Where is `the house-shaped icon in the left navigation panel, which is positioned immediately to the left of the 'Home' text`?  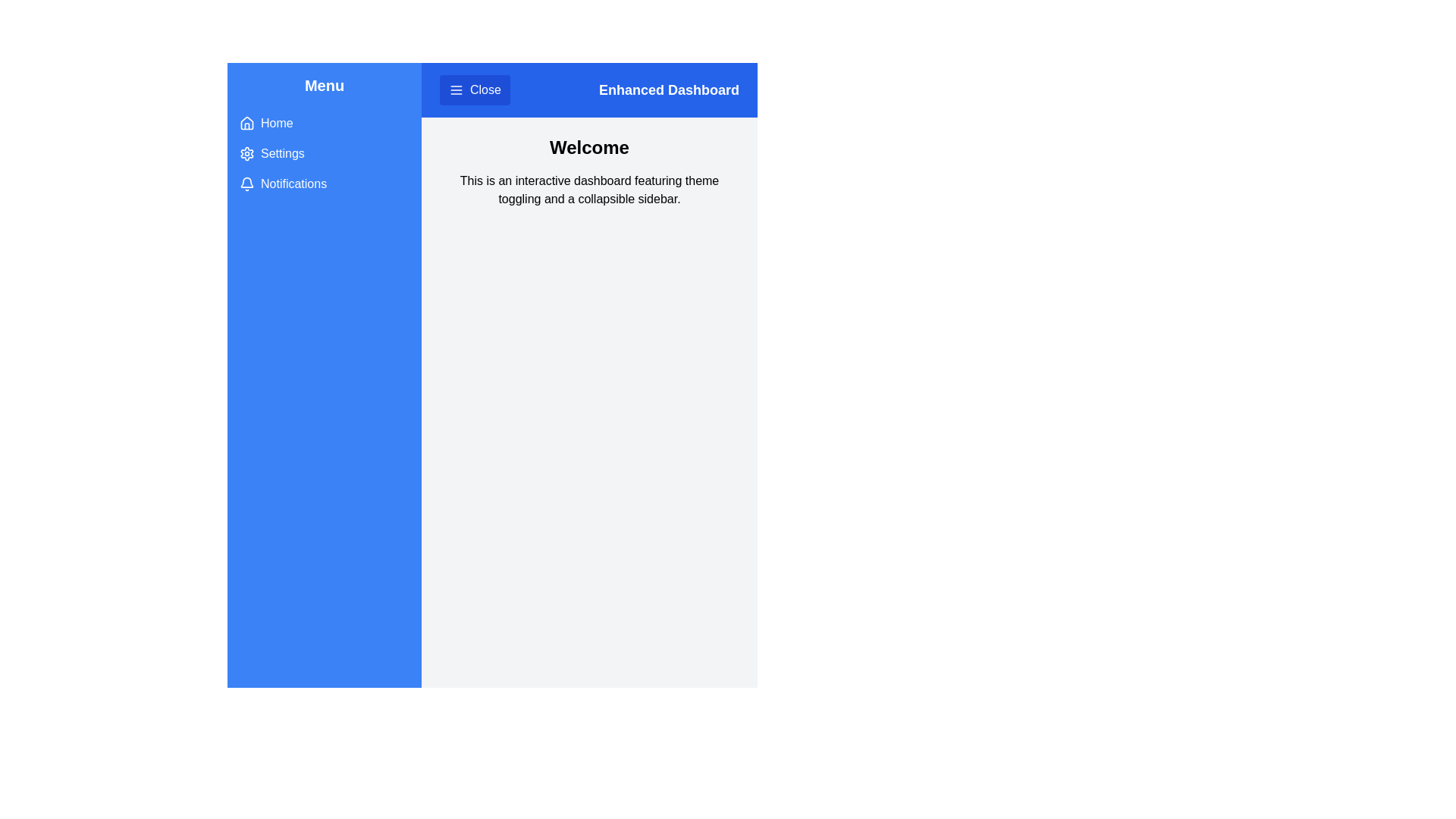
the house-shaped icon in the left navigation panel, which is positioned immediately to the left of the 'Home' text is located at coordinates (247, 122).